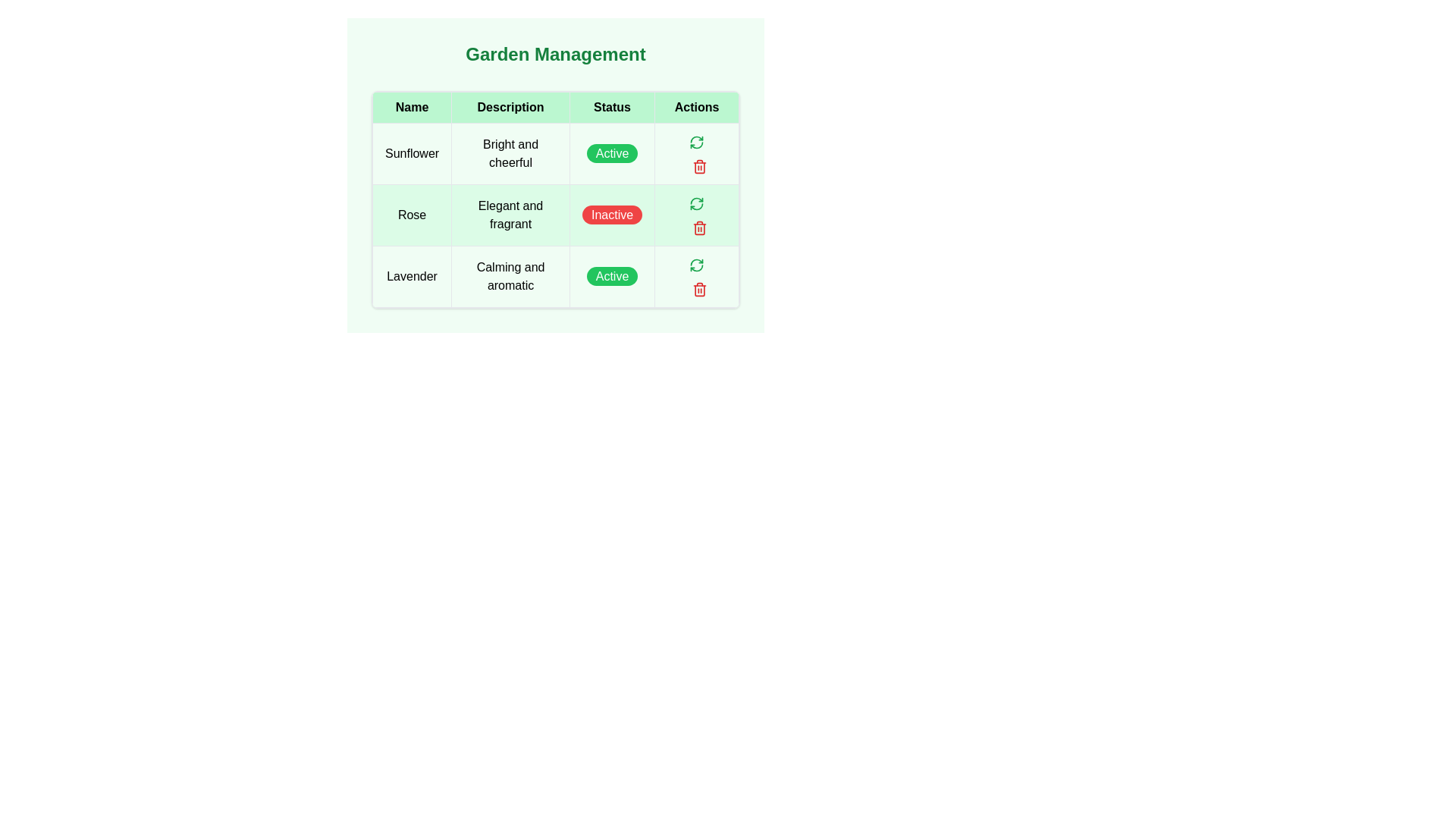 The image size is (1456, 819). I want to click on the curved arrow icon in the 'Actions' column for the 'Rose' entry, so click(696, 262).